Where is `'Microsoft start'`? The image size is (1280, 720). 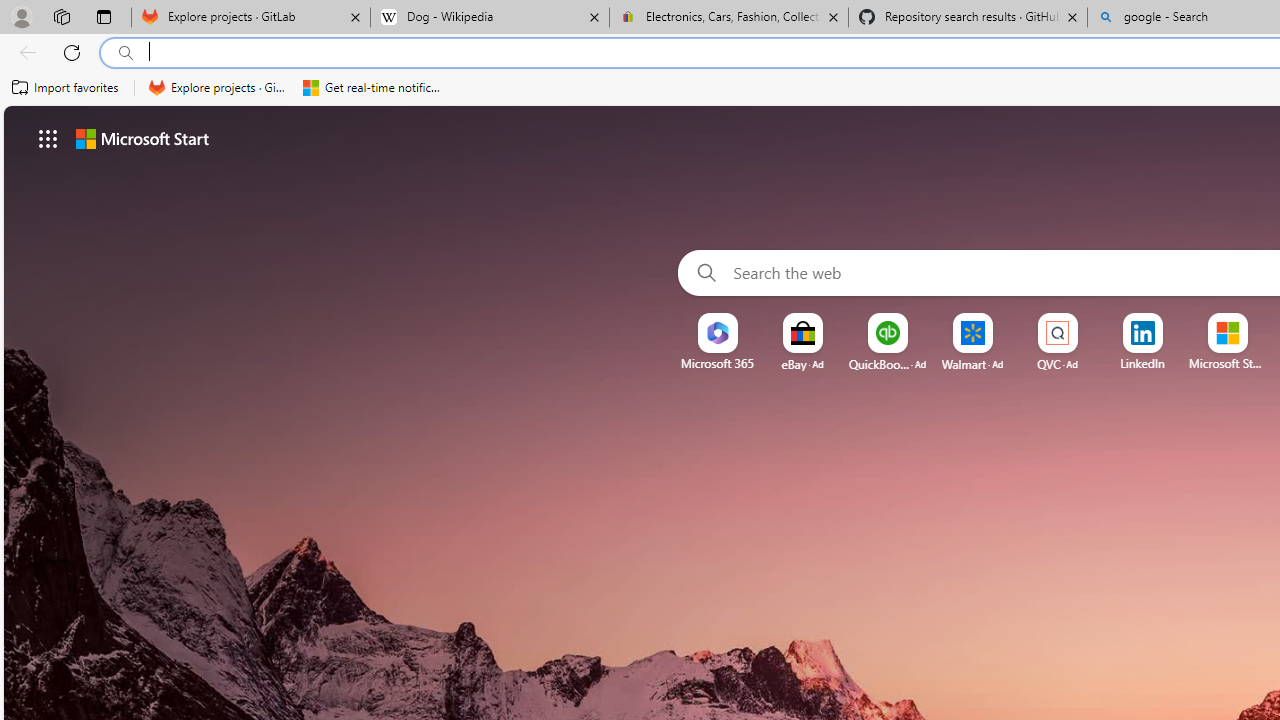
'Microsoft start' is located at coordinates (141, 137).